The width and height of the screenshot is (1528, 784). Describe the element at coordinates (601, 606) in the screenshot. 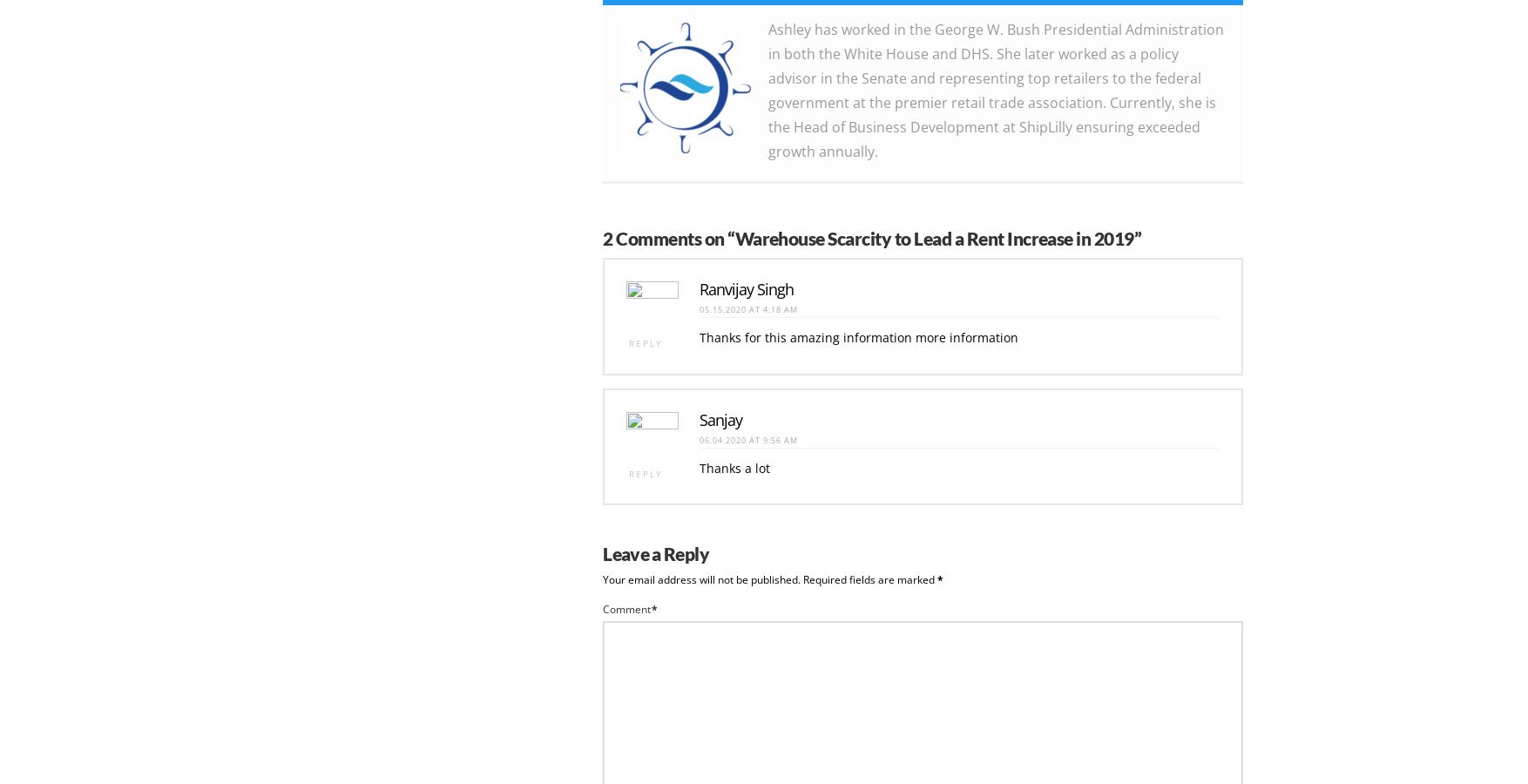

I see `'Comment'` at that location.